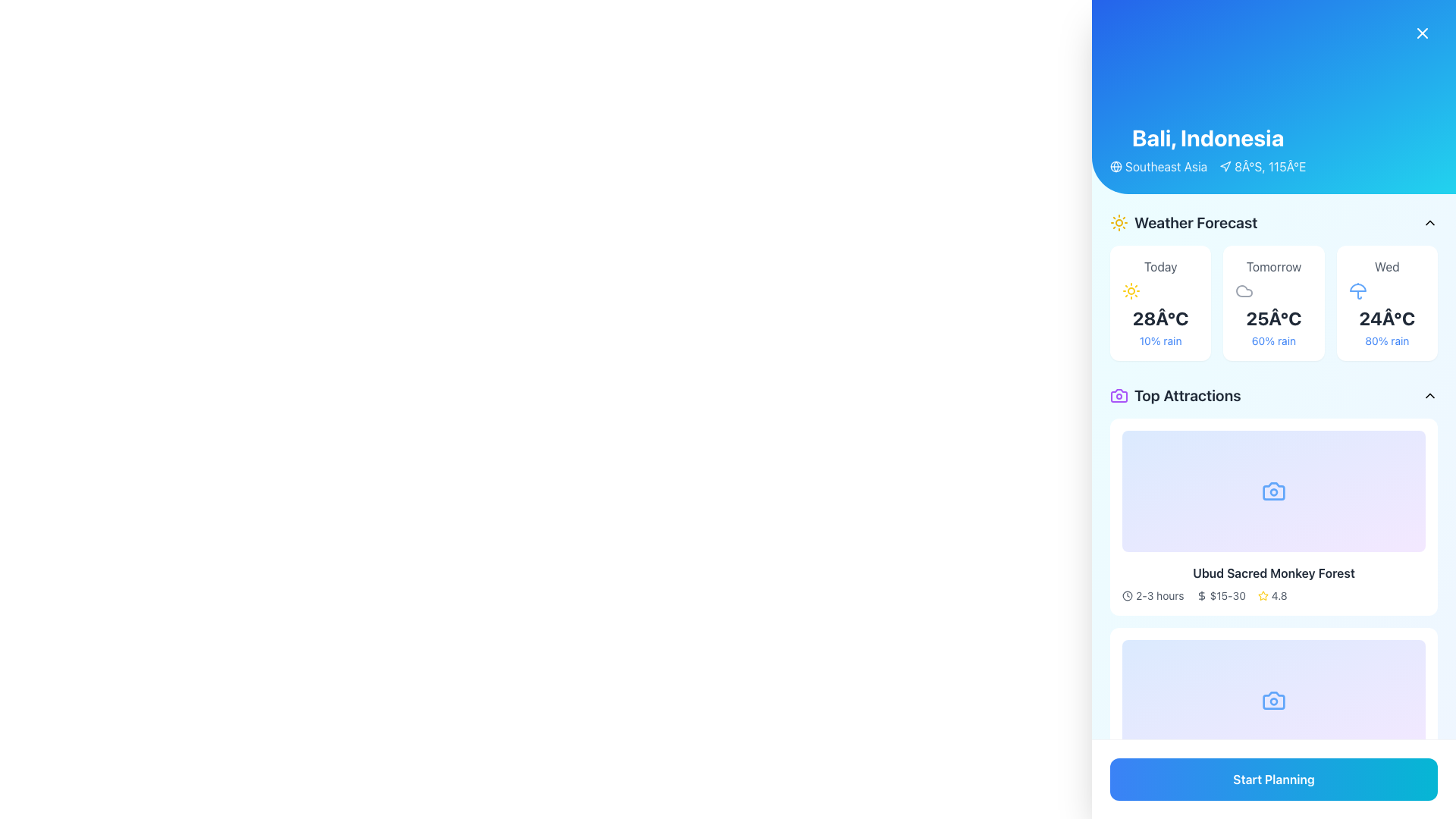 The width and height of the screenshot is (1456, 819). I want to click on the text label that indicates the price range for the Ubud Sacred Monkey Forest attraction, which is located in the second row under the heading and is the second item after the time duration text, so click(1228, 804).